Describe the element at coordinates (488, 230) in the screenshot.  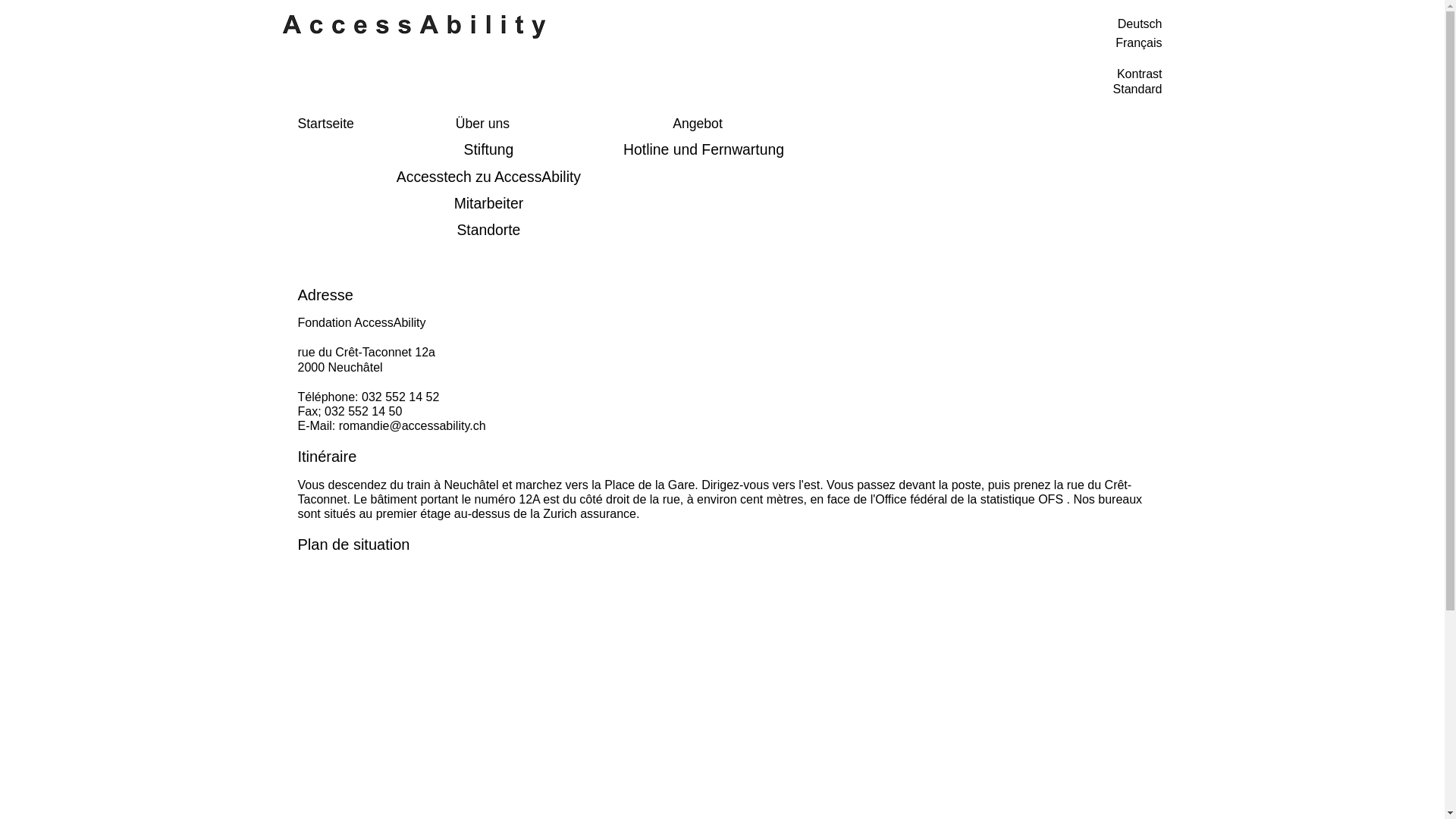
I see `'Standorte'` at that location.